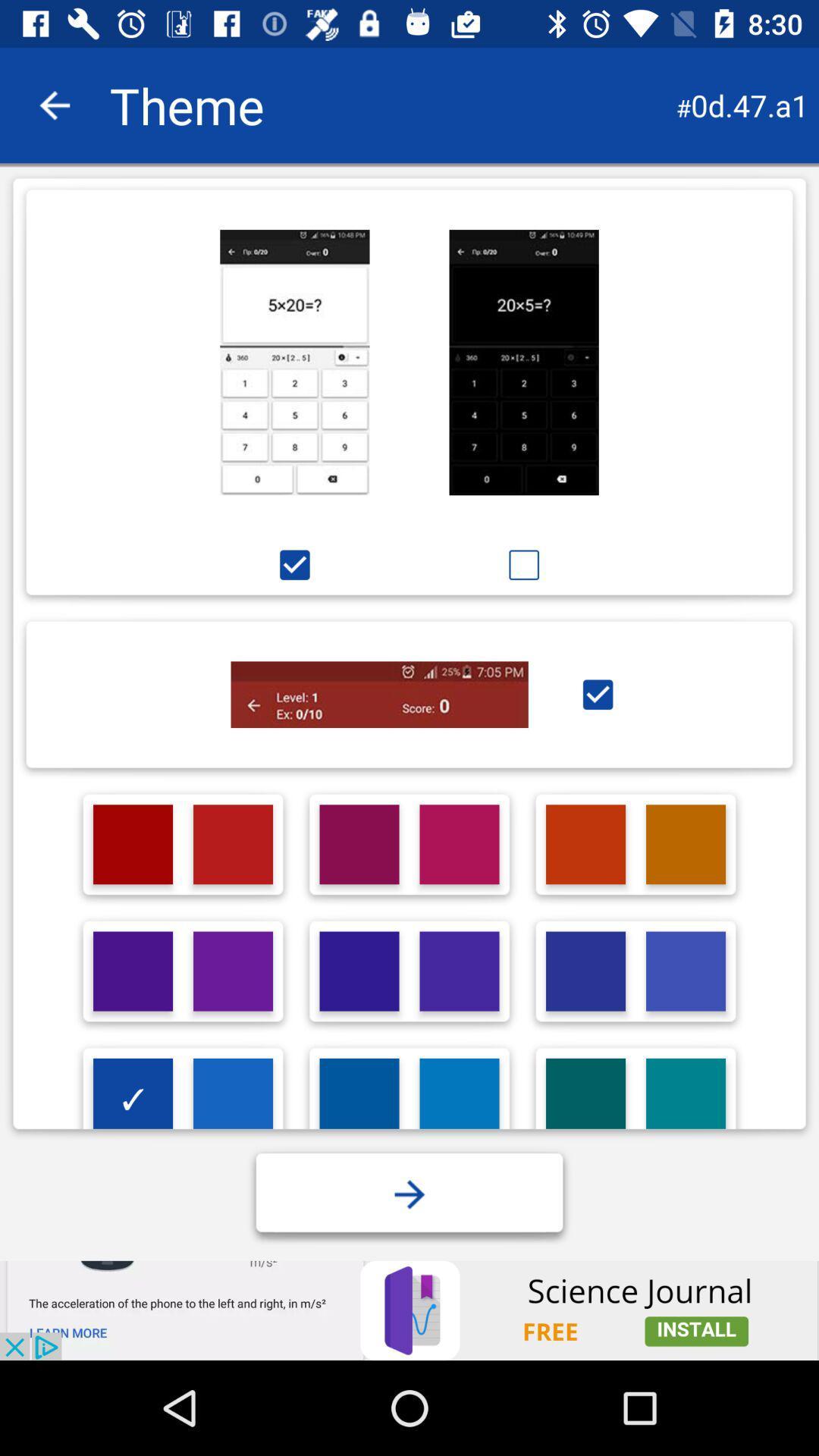  Describe the element at coordinates (359, 1098) in the screenshot. I see `logo` at that location.